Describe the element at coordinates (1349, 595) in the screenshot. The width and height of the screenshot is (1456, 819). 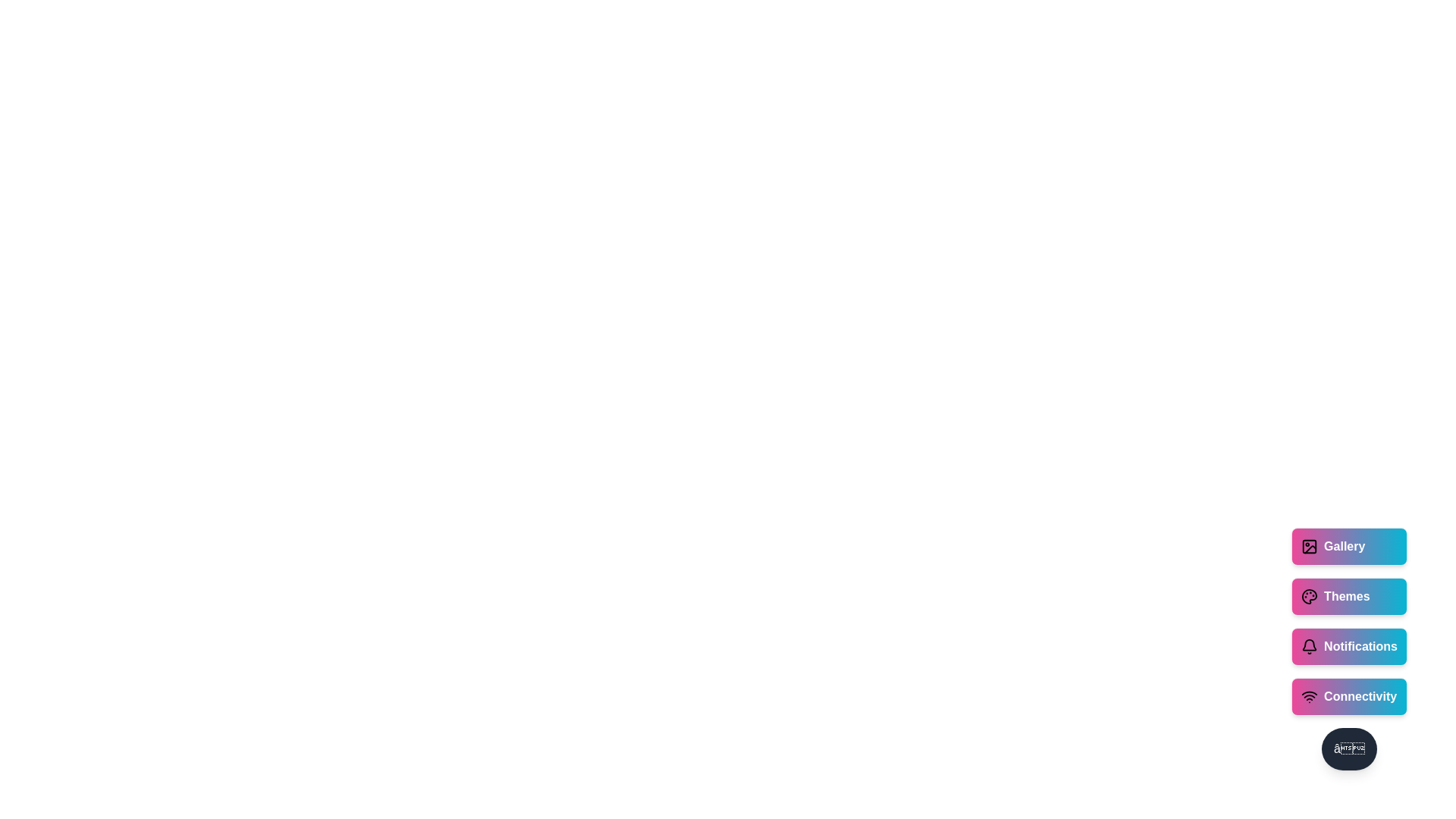
I see `the 'Themes' button, which is a rectangular button with rounded edges, displaying white text and a palette icon, located below the 'Gallery' button and above the 'Notifications' button` at that location.